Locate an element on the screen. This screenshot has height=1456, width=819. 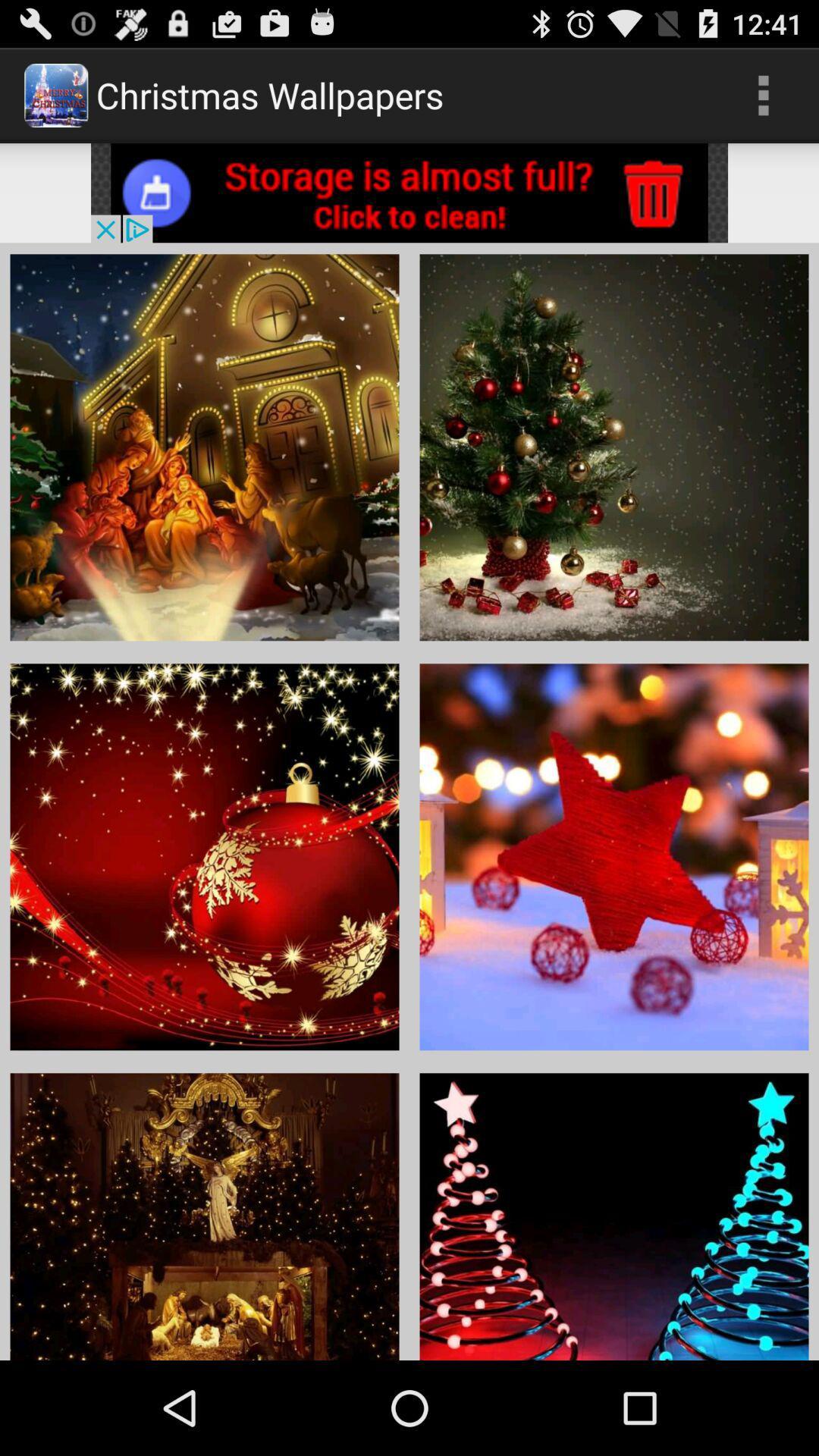
banner advertisement is located at coordinates (409, 192).